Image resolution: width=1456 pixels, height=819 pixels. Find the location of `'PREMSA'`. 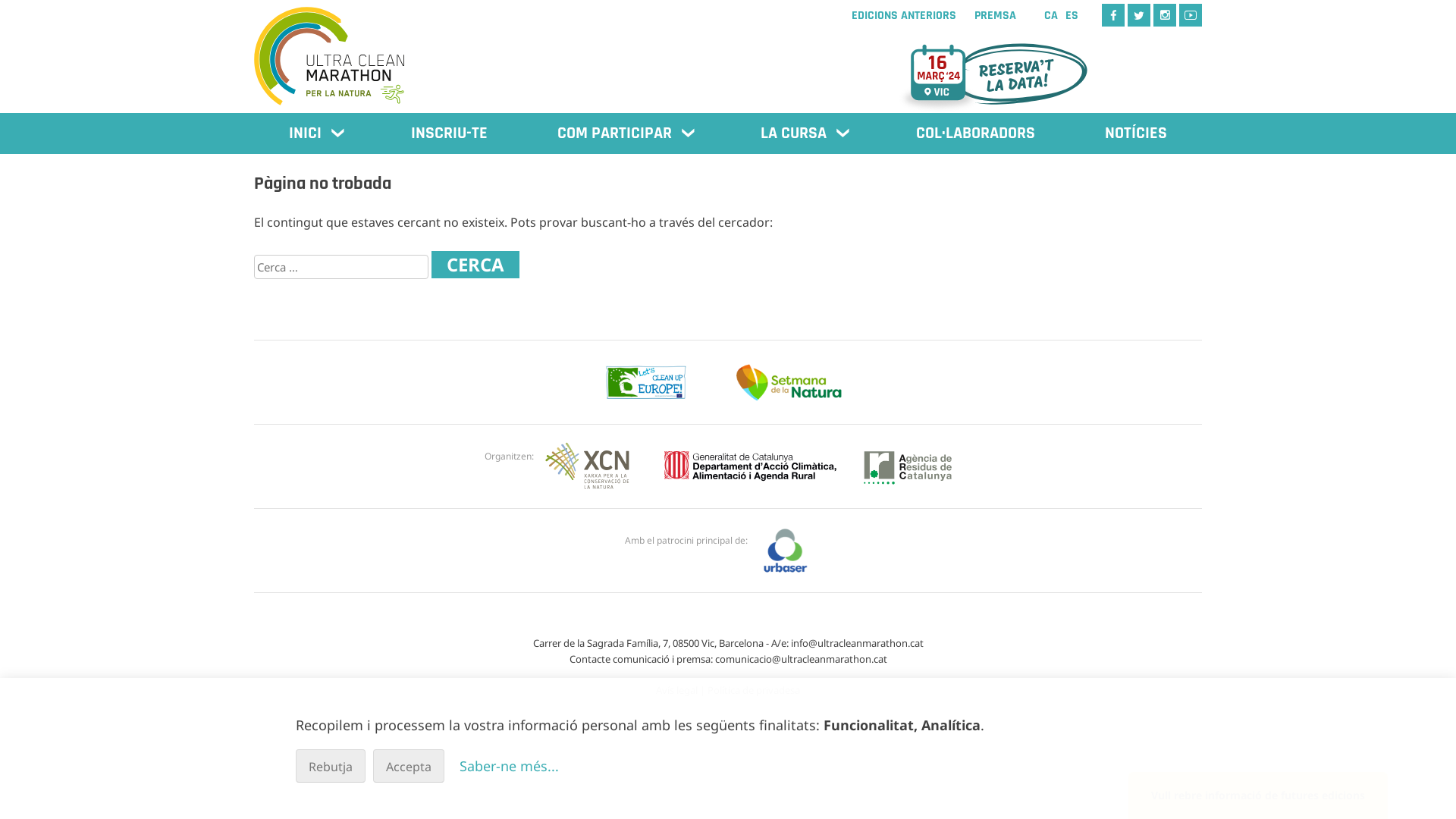

'PREMSA' is located at coordinates (995, 15).